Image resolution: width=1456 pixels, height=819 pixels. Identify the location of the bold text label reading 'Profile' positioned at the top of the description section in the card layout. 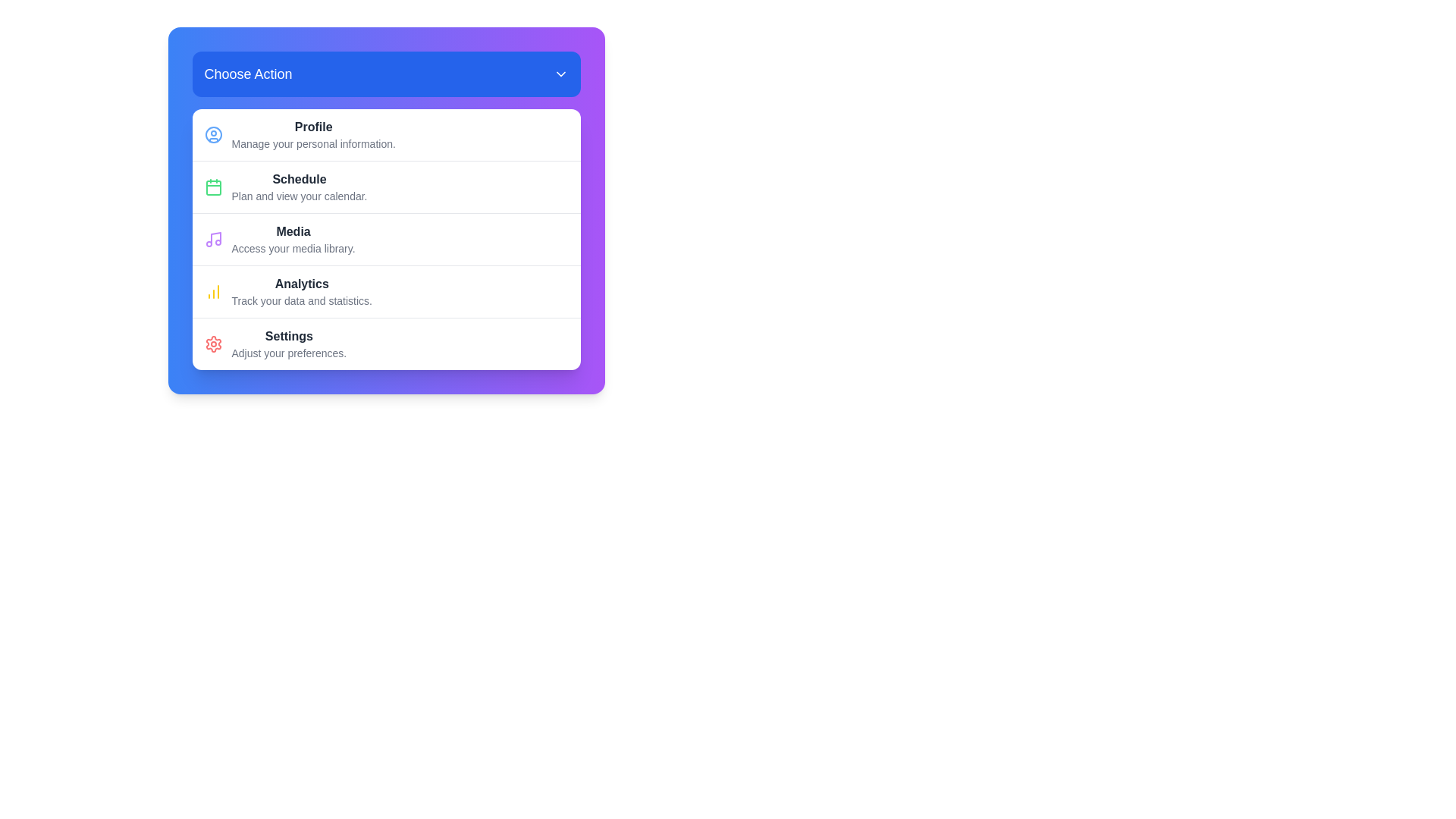
(312, 127).